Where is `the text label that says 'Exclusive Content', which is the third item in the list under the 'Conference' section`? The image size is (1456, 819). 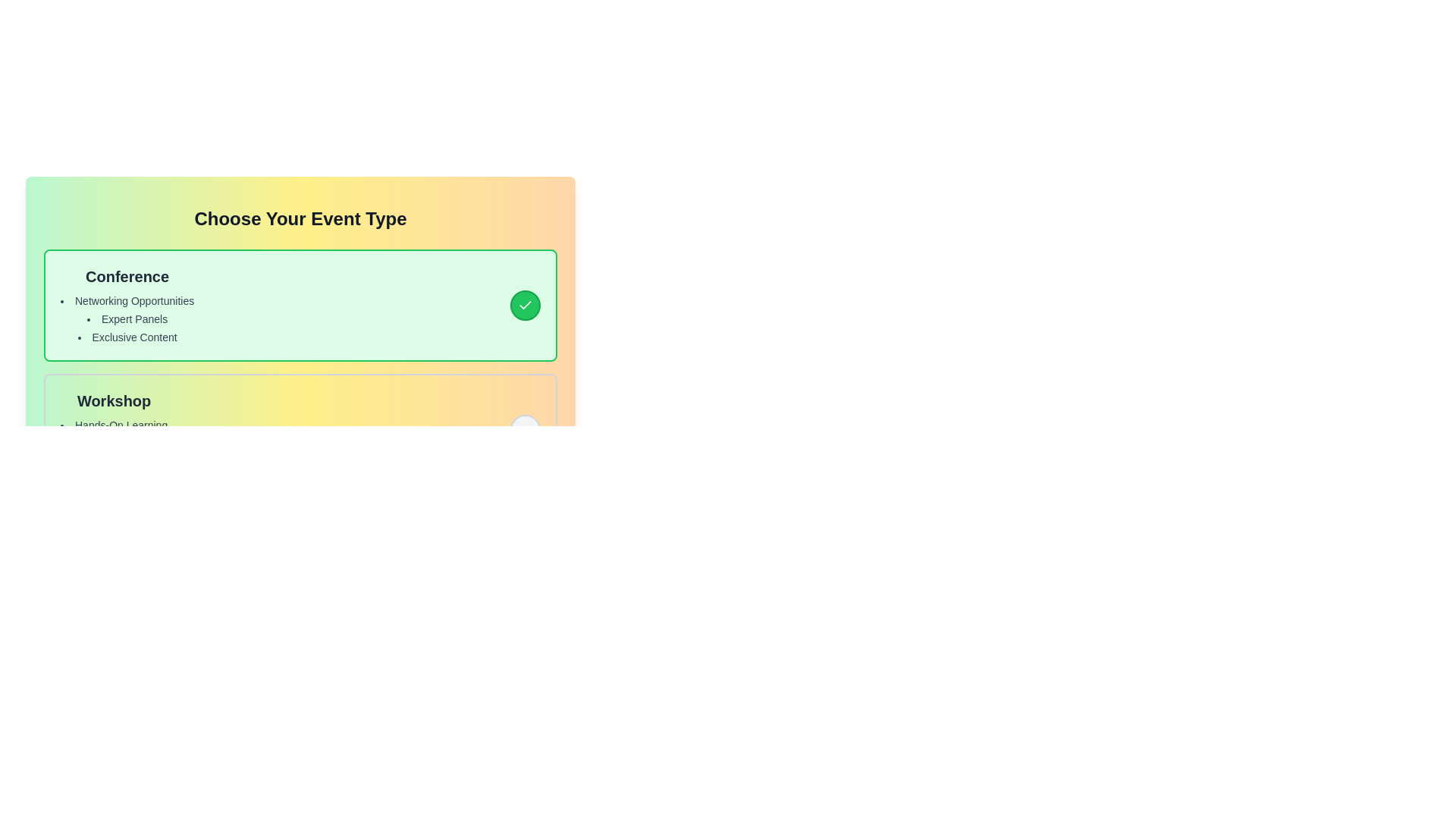
the text label that says 'Exclusive Content', which is the third item in the list under the 'Conference' section is located at coordinates (127, 336).